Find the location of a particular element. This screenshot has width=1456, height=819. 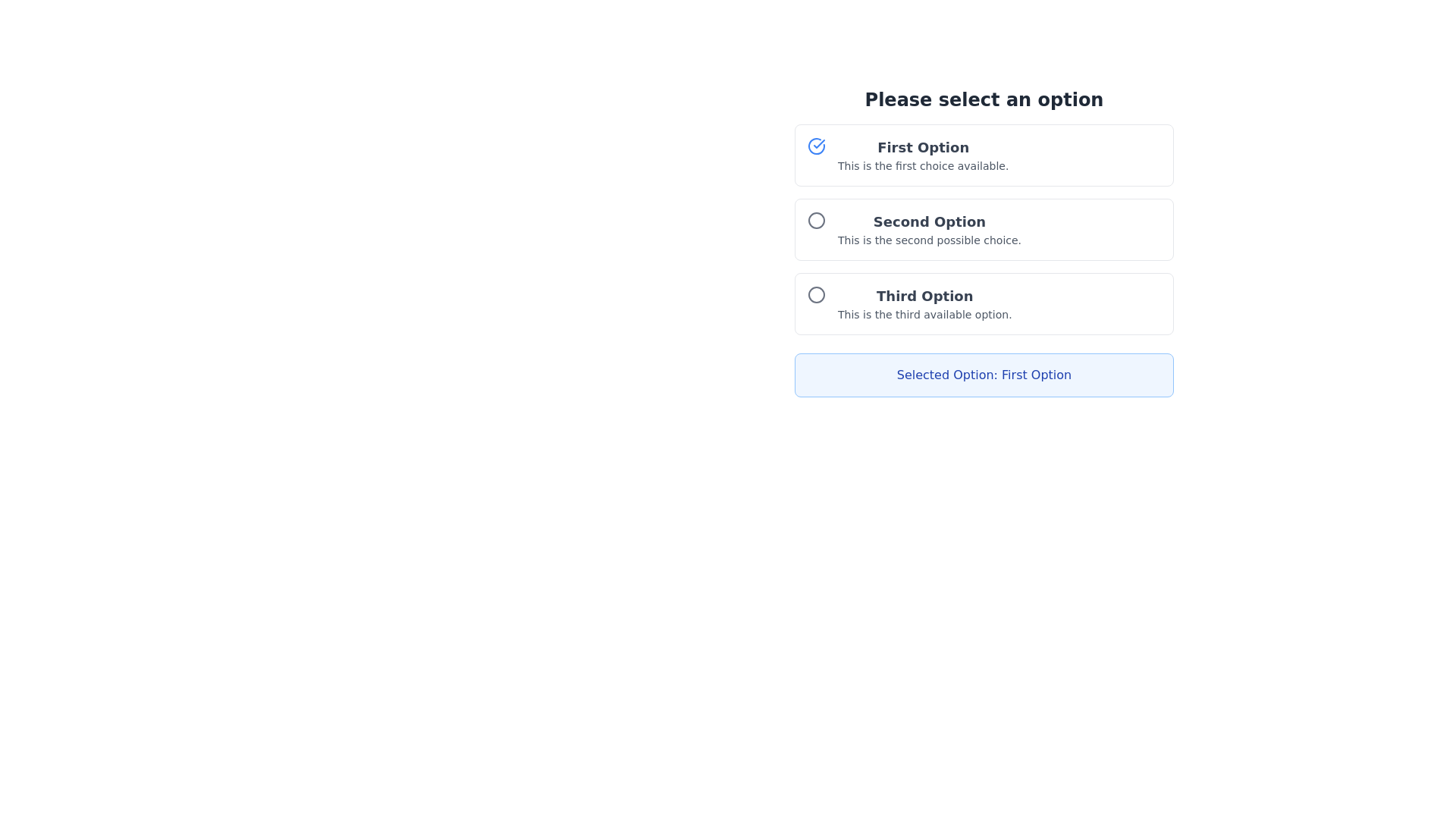

descriptive text label that provides additional context for the 'First Option' selection, positioned beneath the 'First Option' title in the vertical list of grouped options is located at coordinates (922, 166).